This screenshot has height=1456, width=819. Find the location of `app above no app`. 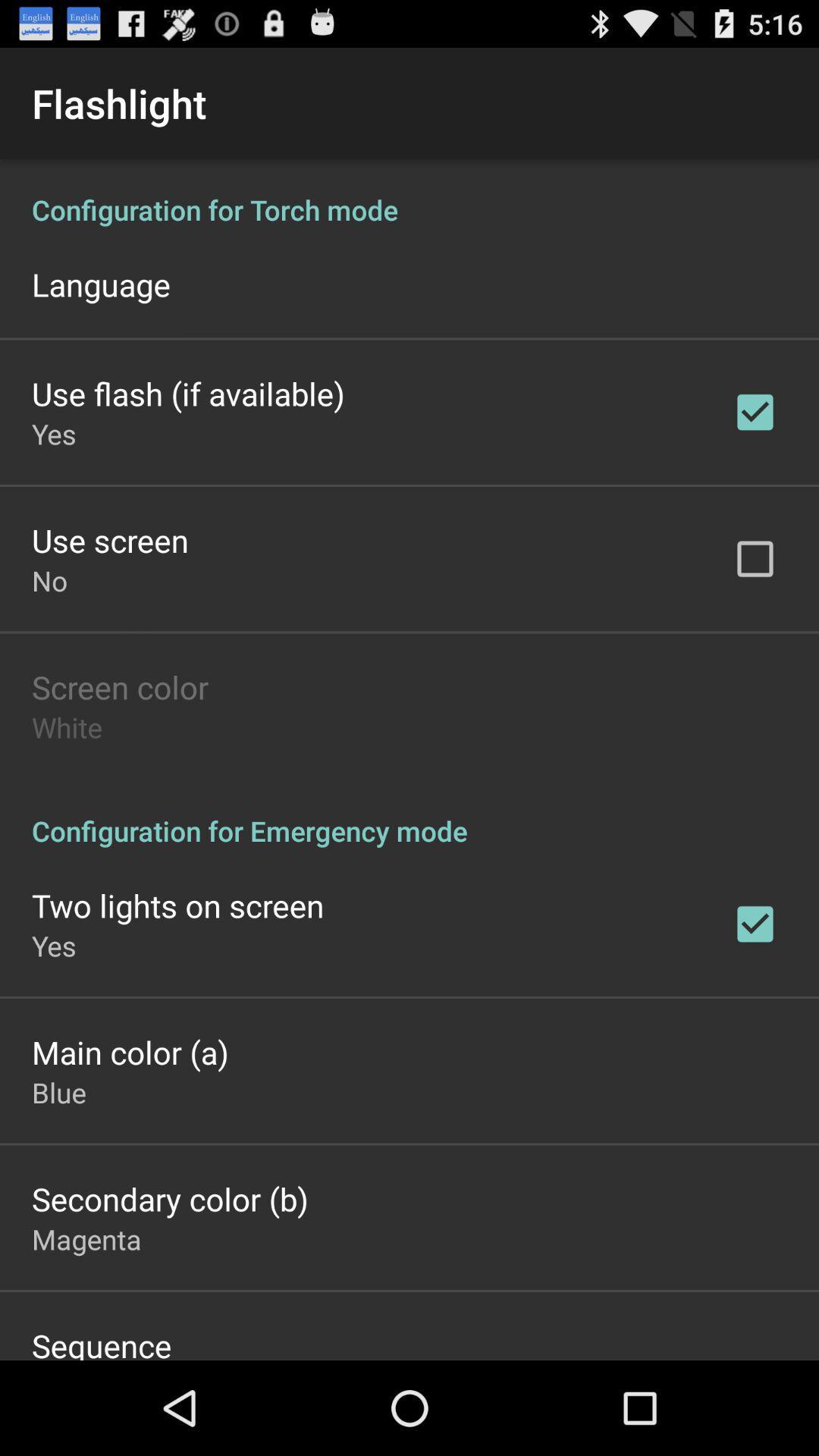

app above no app is located at coordinates (109, 540).